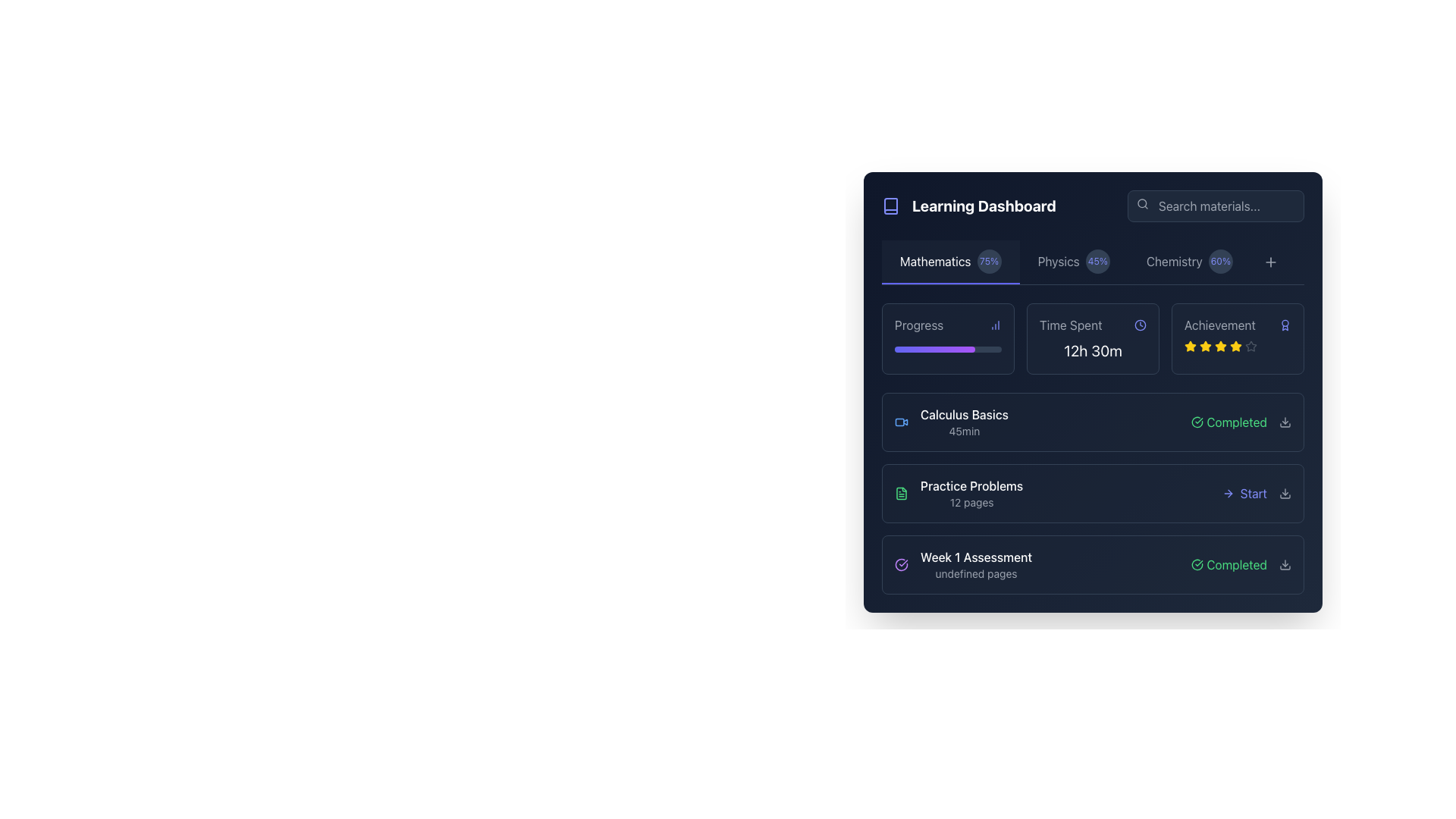 Image resolution: width=1456 pixels, height=819 pixels. What do you see at coordinates (902, 494) in the screenshot?
I see `the small, green-outlined file icon located to the left of the text 'Practice Problems' and '12 pages'` at bounding box center [902, 494].